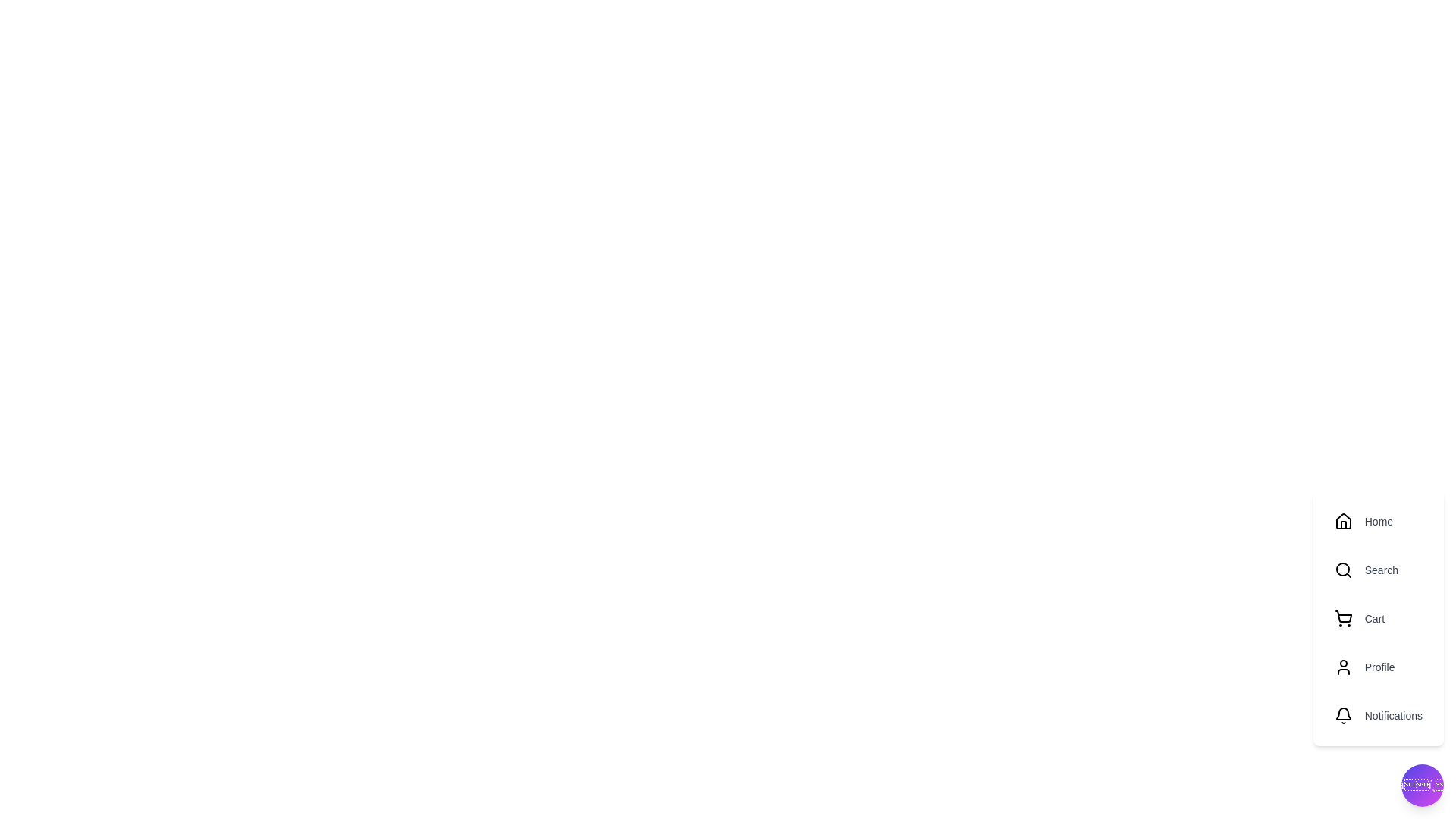 Image resolution: width=1456 pixels, height=819 pixels. What do you see at coordinates (1378, 619) in the screenshot?
I see `the 'Cart' option in the menu` at bounding box center [1378, 619].